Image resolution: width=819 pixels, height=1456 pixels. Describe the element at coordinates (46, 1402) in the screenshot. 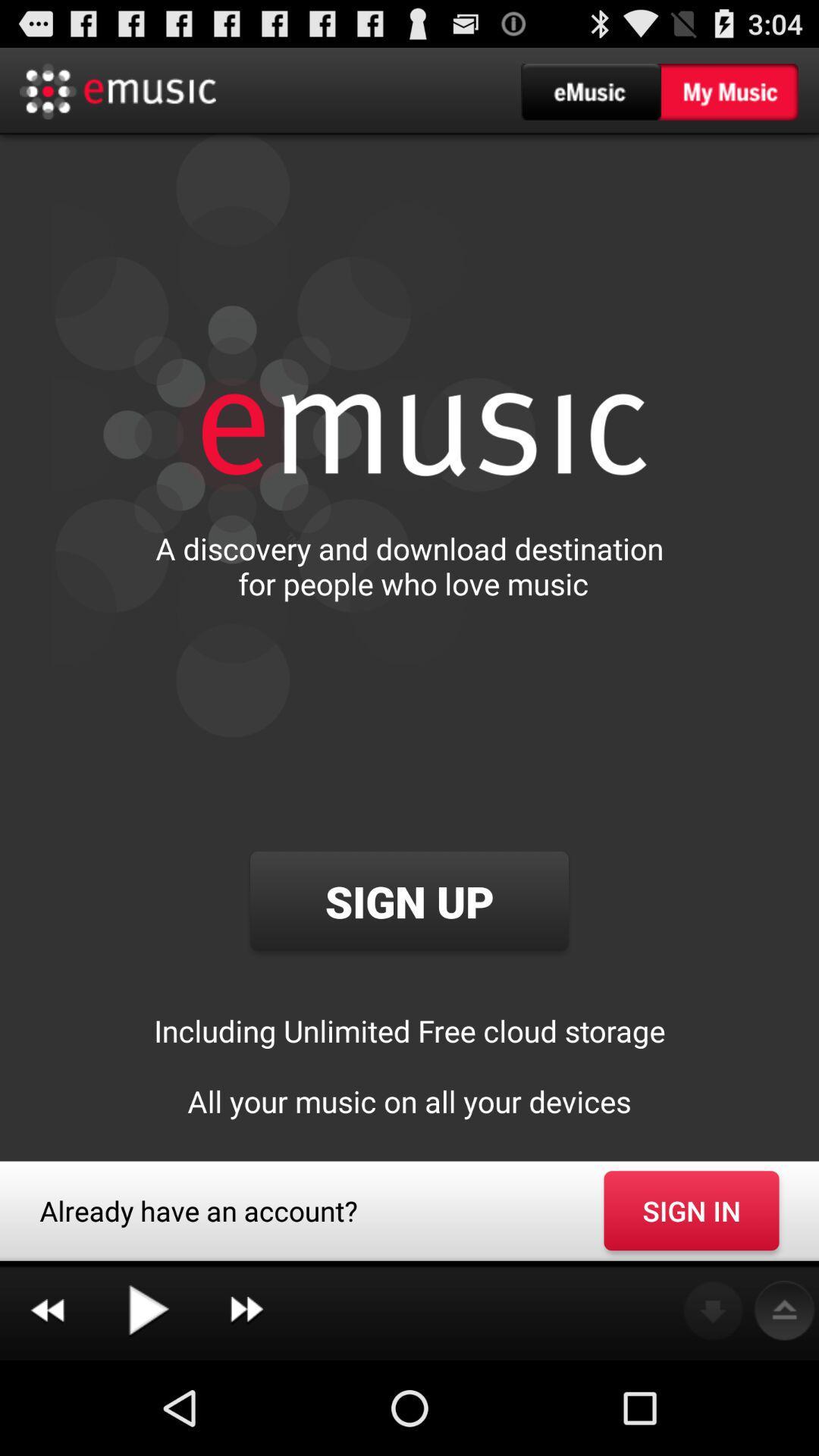

I see `the av_rewind icon` at that location.